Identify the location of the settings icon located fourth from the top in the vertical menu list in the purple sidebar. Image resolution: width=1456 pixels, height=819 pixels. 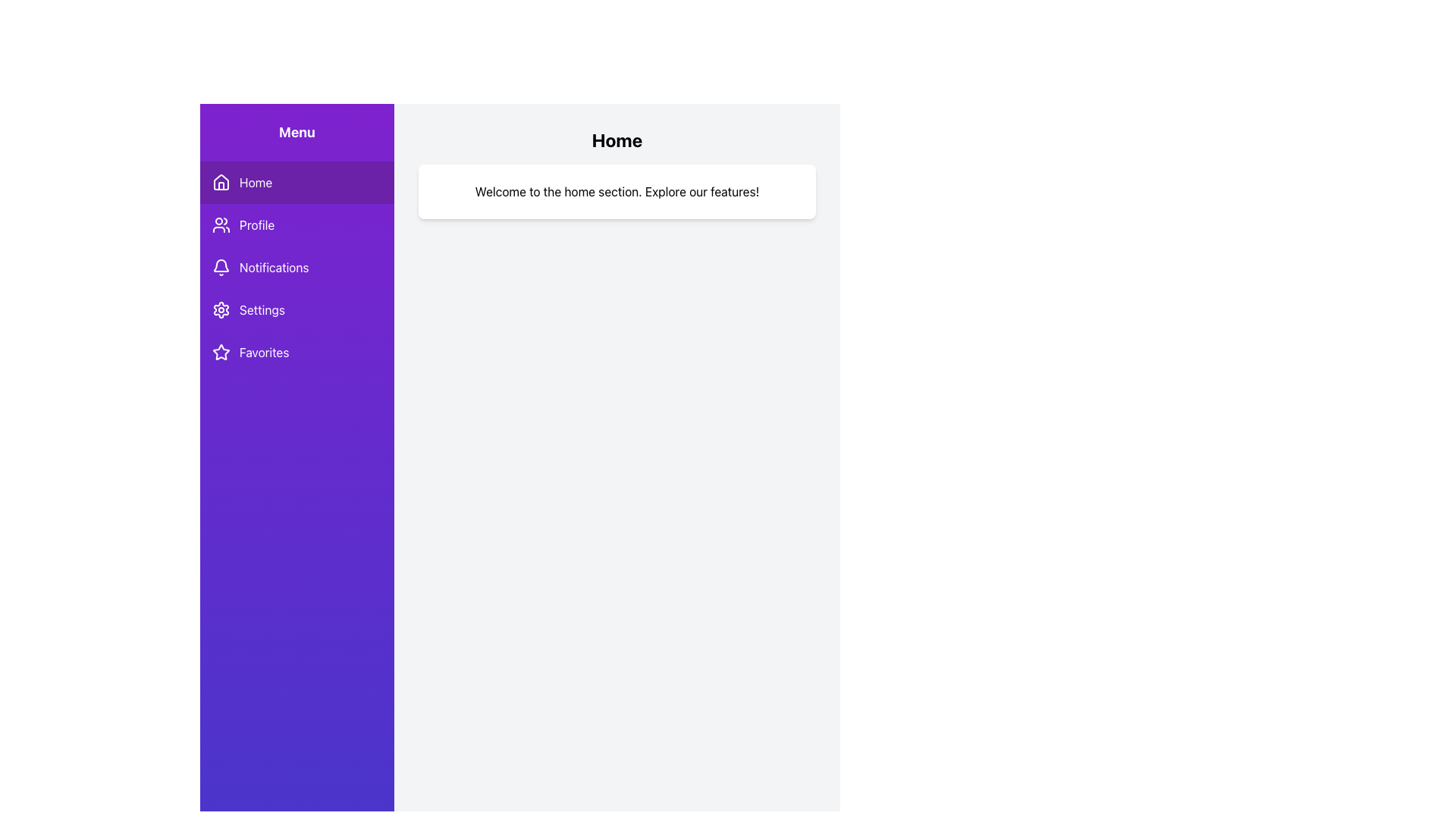
(221, 309).